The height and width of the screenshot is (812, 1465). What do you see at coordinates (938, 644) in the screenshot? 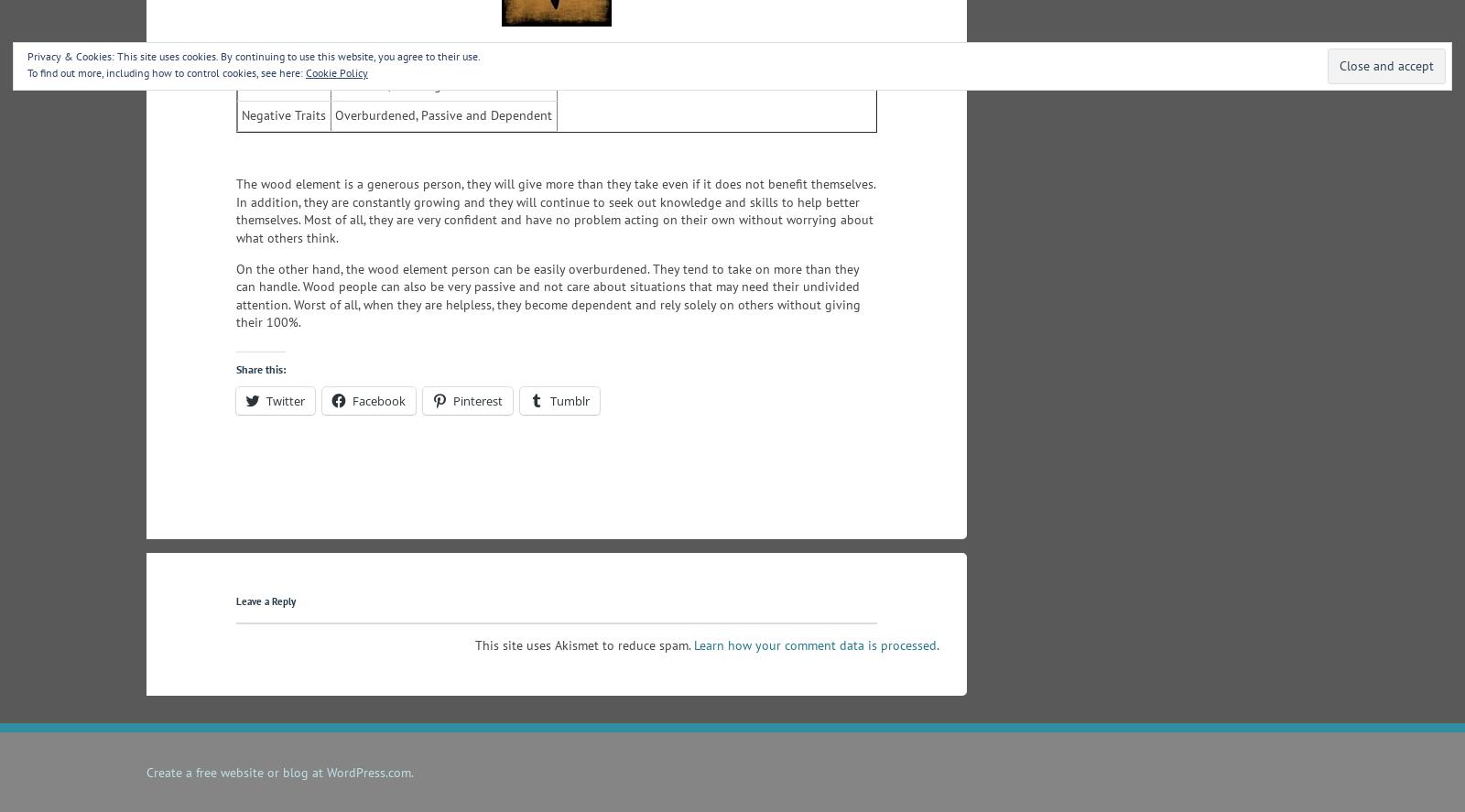
I see `'.'` at bounding box center [938, 644].